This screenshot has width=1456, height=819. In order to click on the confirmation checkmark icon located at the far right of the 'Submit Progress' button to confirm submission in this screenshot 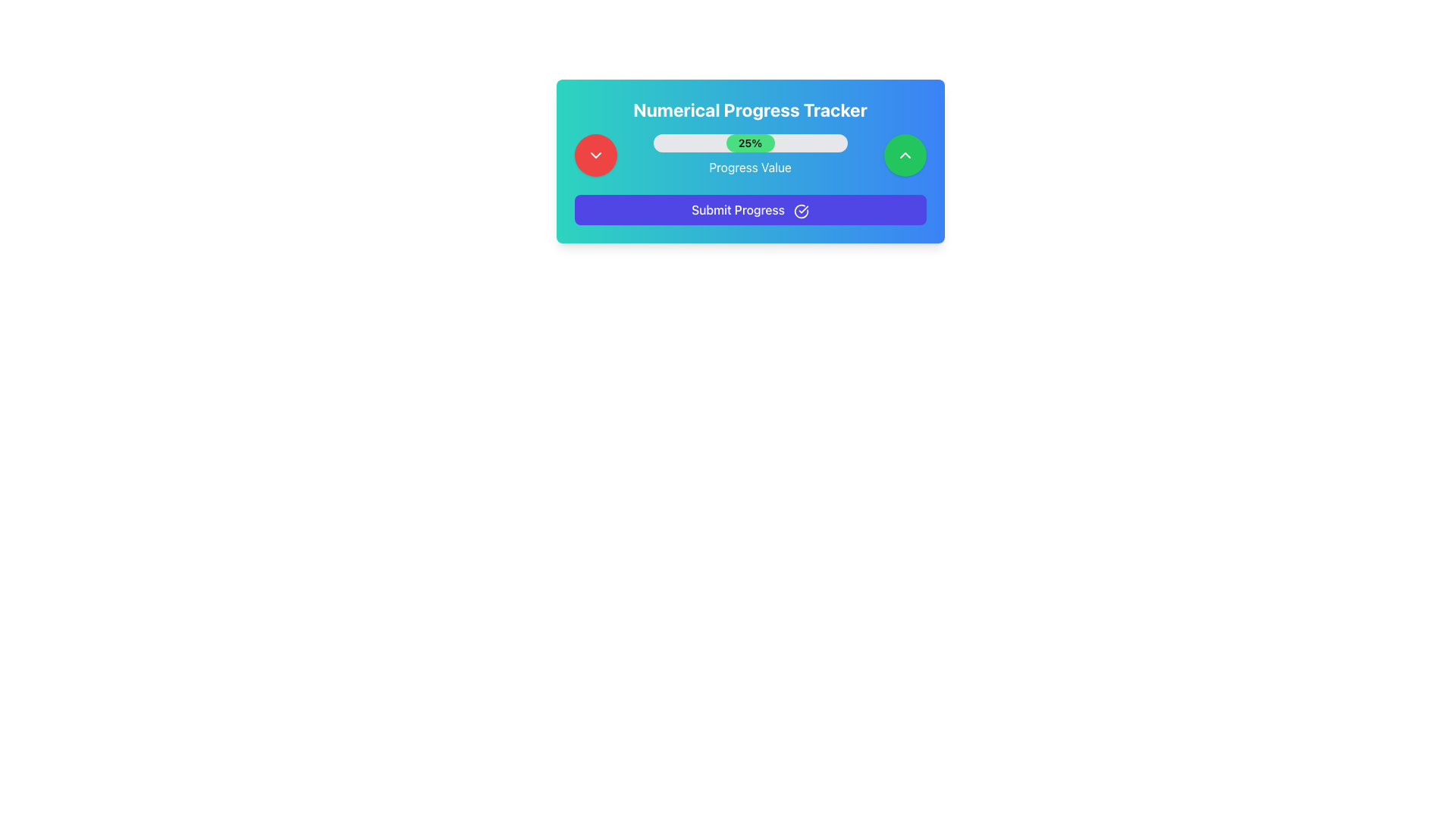, I will do `click(800, 211)`.